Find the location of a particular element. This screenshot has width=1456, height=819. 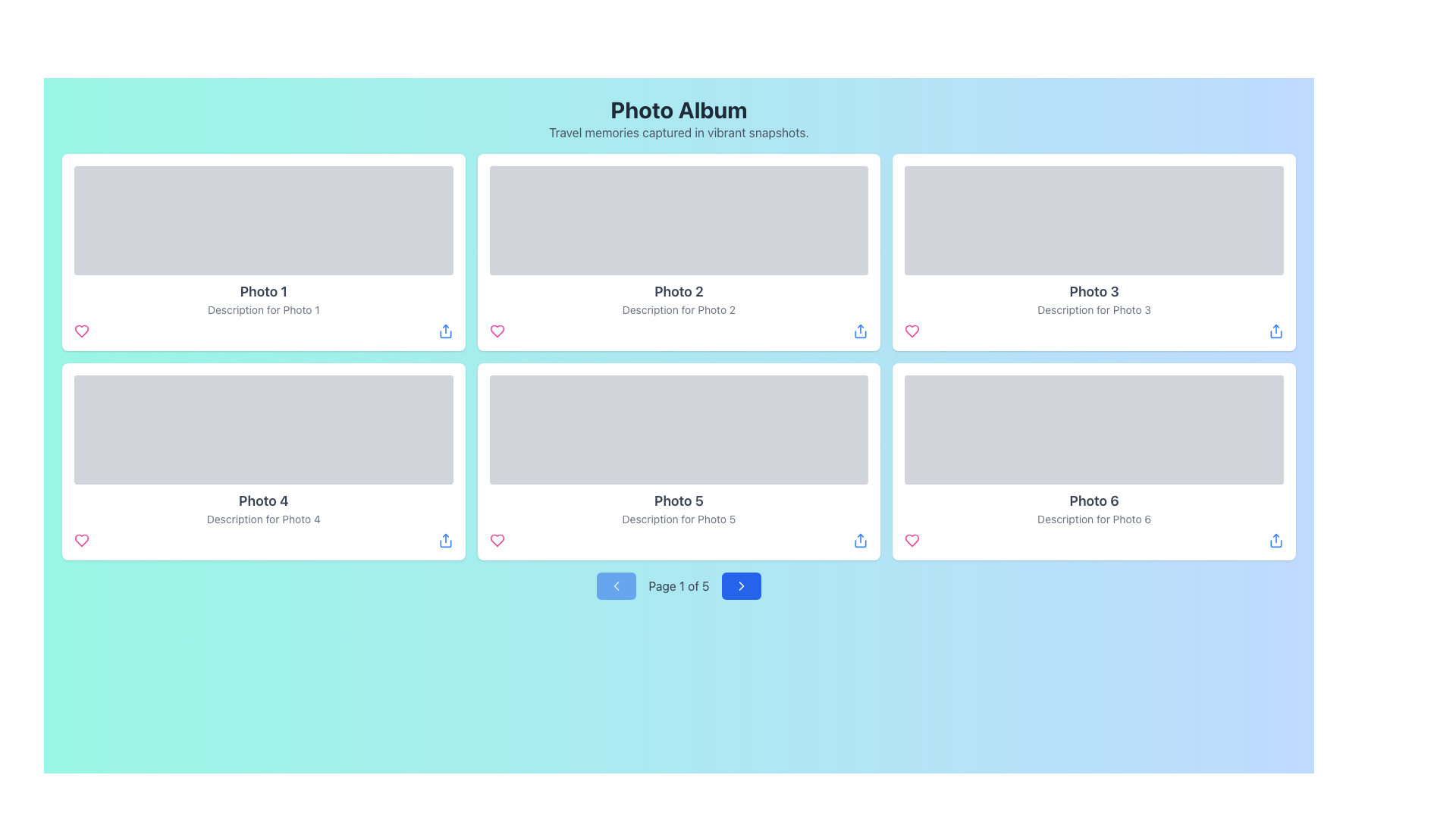

the blue rectangular button with rounded corners and a white right-facing chevron icon is located at coordinates (741, 585).